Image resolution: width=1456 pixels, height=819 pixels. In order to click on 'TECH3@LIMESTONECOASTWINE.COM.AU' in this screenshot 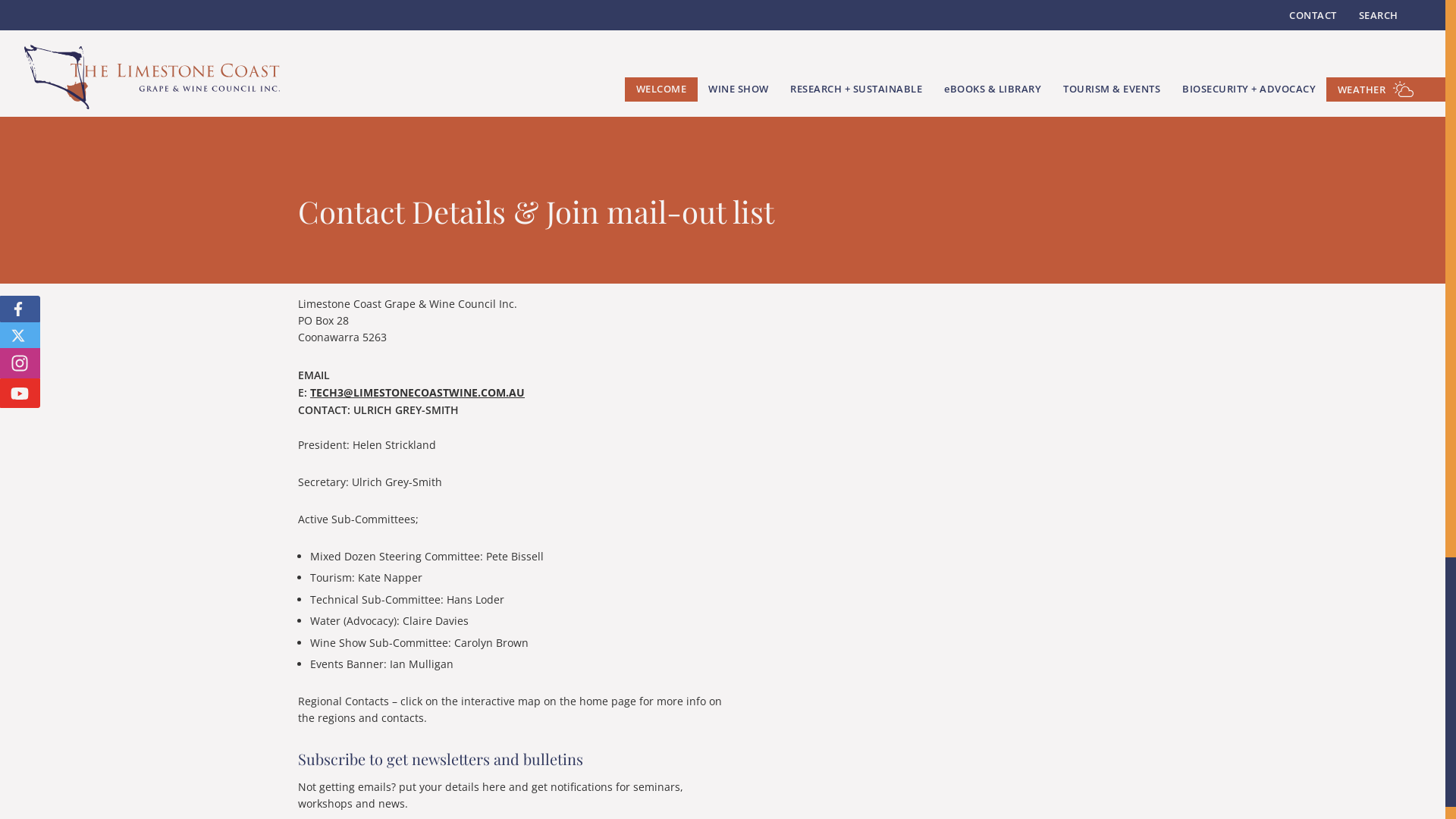, I will do `click(309, 391)`.